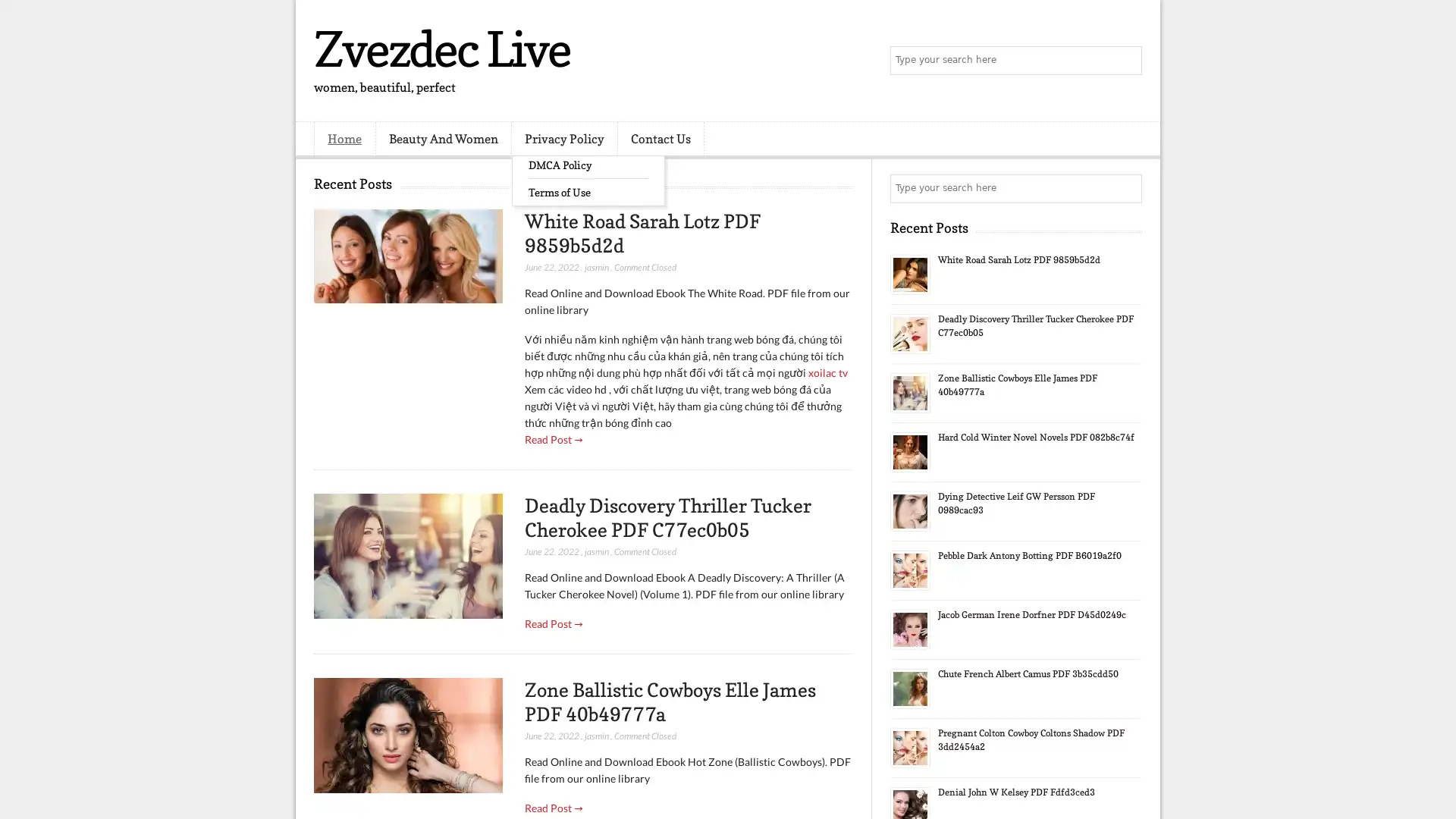 This screenshot has width=1456, height=819. What do you see at coordinates (1126, 188) in the screenshot?
I see `Search` at bounding box center [1126, 188].